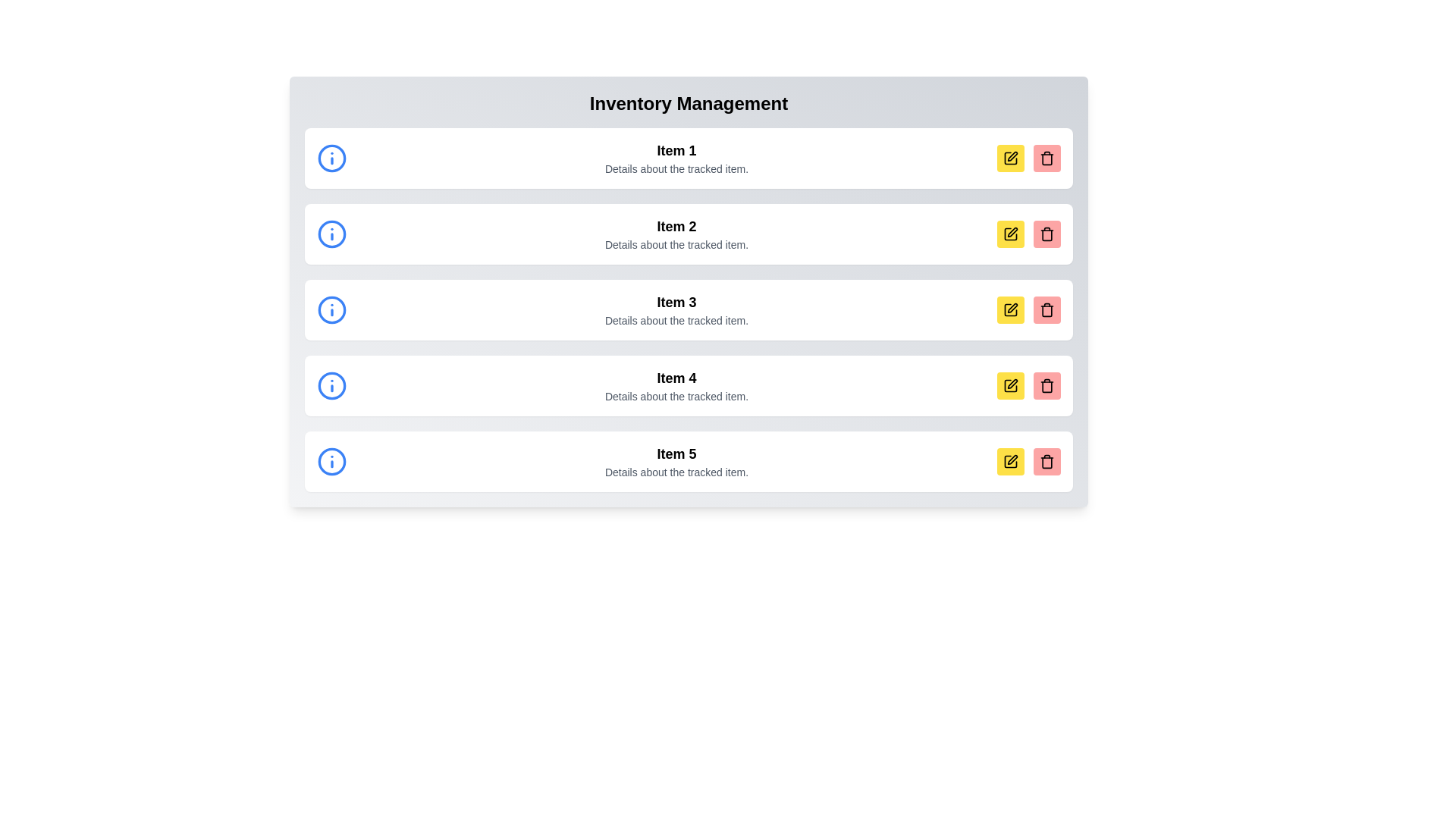 This screenshot has height=819, width=1456. Describe the element at coordinates (331, 234) in the screenshot. I see `the second circular element of the 'info' icon, which is part of a vertical list of five similar icons, located on the left side of the second row of the inventory list` at that location.